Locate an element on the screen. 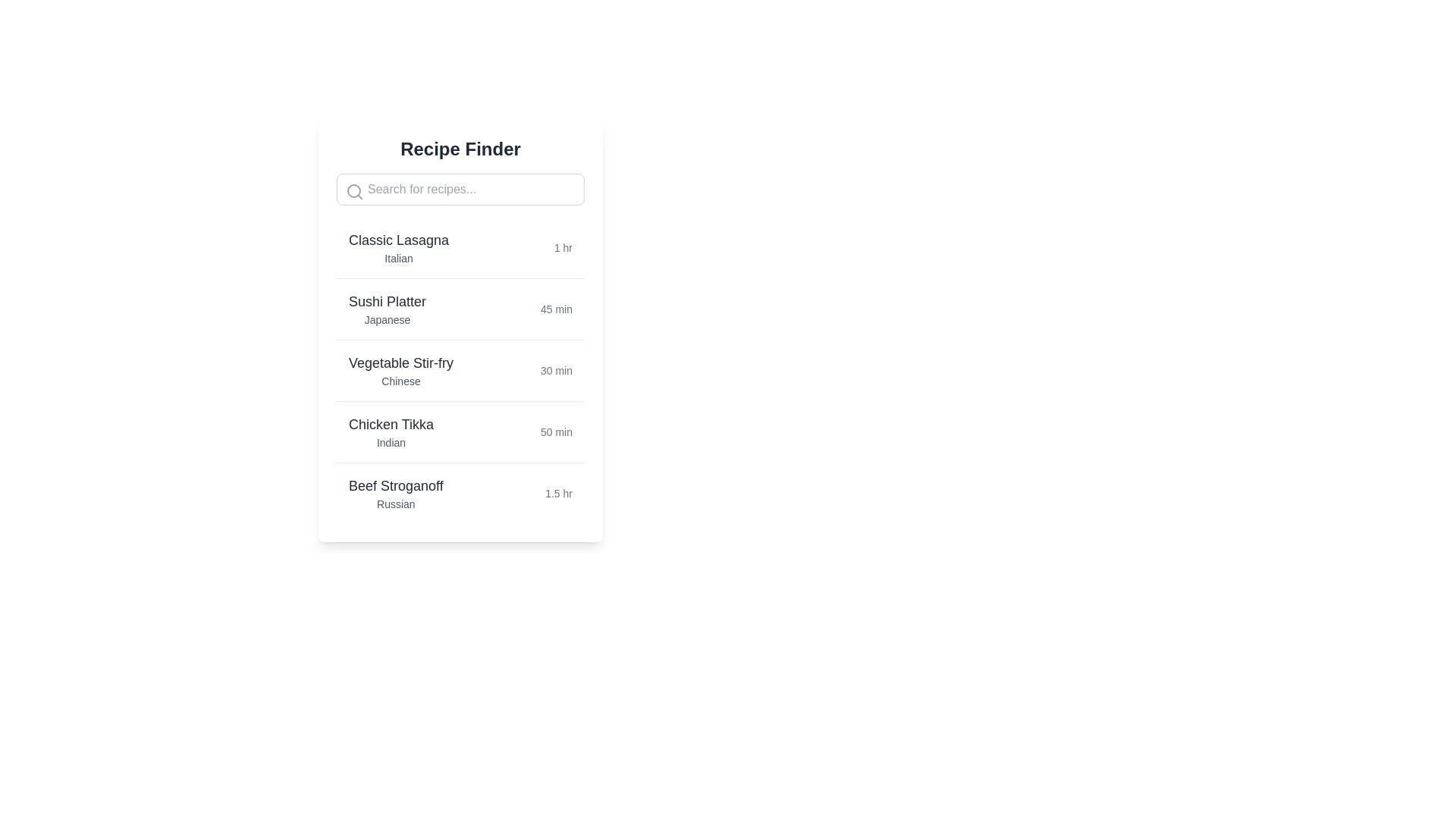  the 'Beef Stroganoff' label is located at coordinates (396, 485).